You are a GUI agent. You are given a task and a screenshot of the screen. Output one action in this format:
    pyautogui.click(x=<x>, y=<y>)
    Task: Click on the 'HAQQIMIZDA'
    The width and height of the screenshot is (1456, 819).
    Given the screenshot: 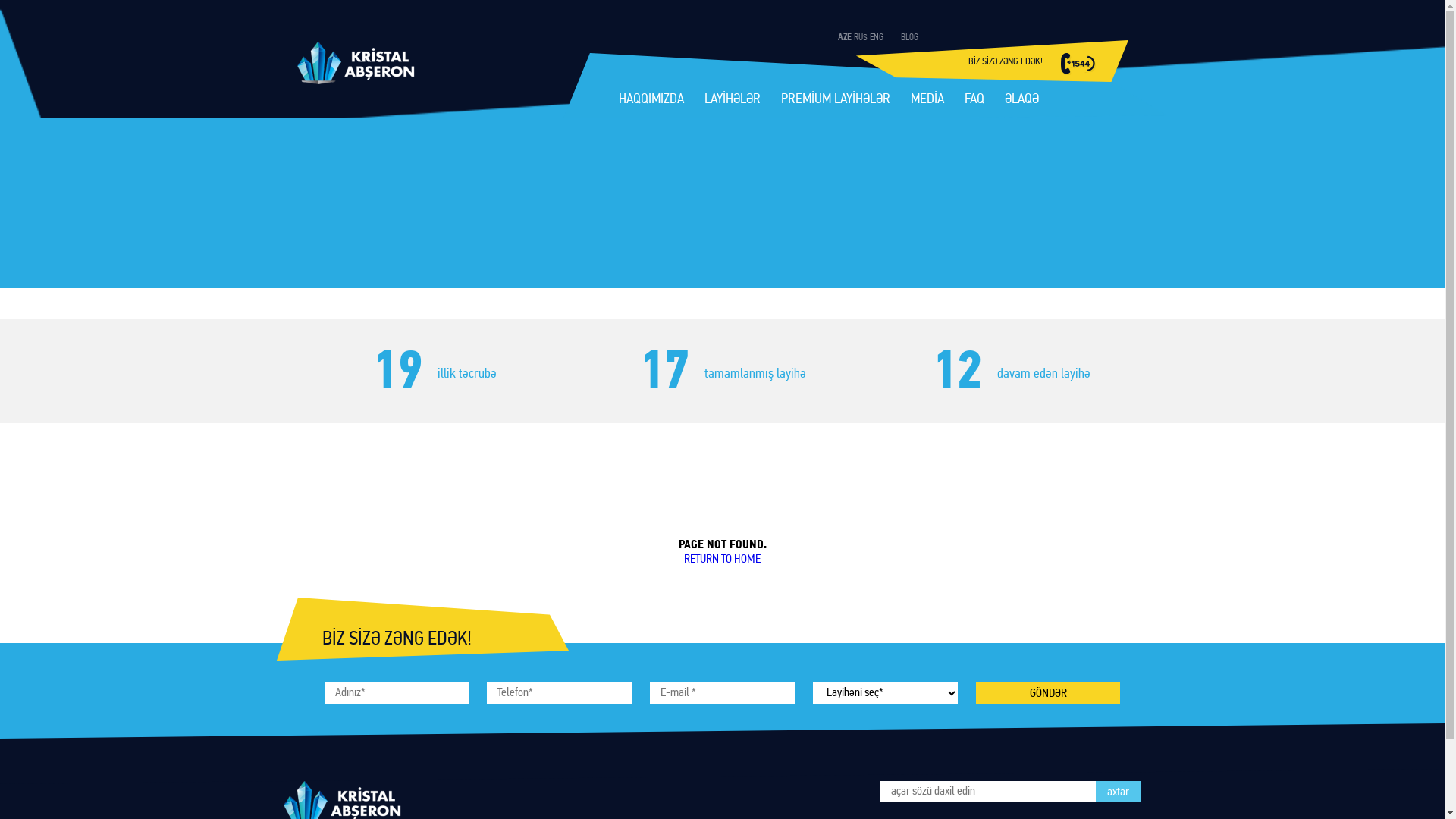 What is the action you would take?
    pyautogui.click(x=619, y=101)
    